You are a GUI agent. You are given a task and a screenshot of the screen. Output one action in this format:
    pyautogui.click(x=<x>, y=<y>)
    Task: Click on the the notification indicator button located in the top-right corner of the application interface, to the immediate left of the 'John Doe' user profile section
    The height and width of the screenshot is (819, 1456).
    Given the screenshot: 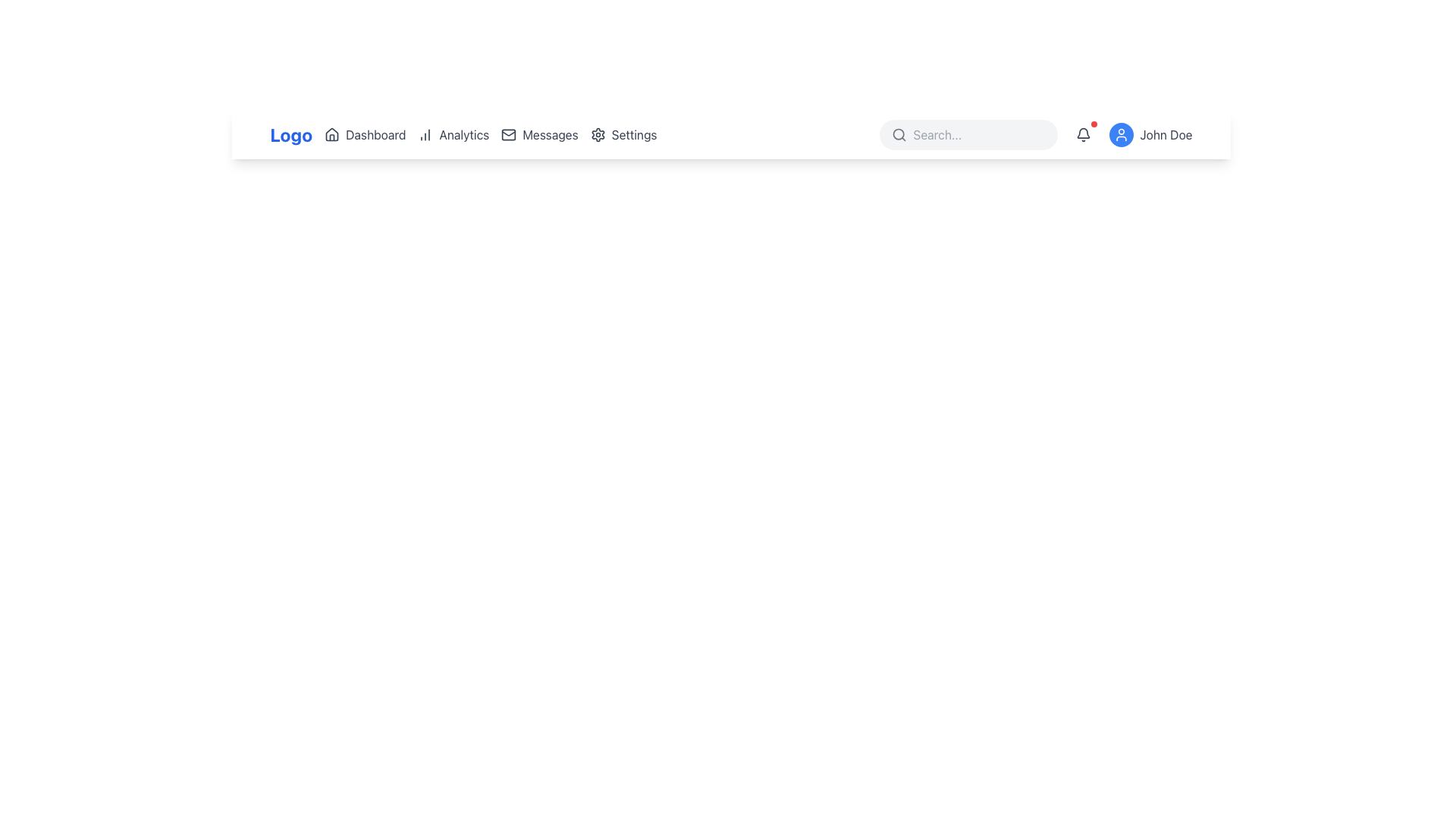 What is the action you would take?
    pyautogui.click(x=1083, y=133)
    